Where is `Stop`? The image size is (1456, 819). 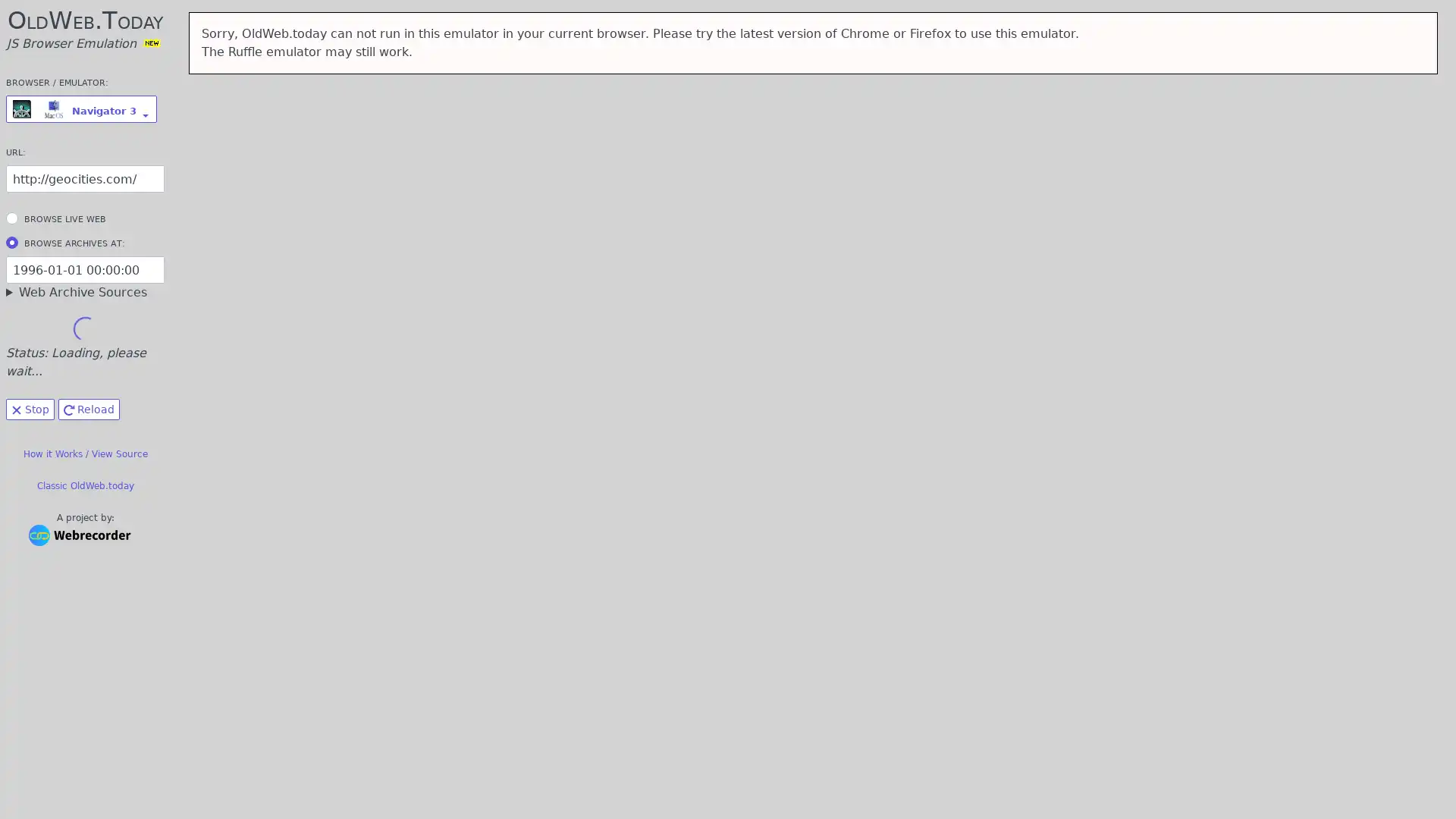 Stop is located at coordinates (30, 409).